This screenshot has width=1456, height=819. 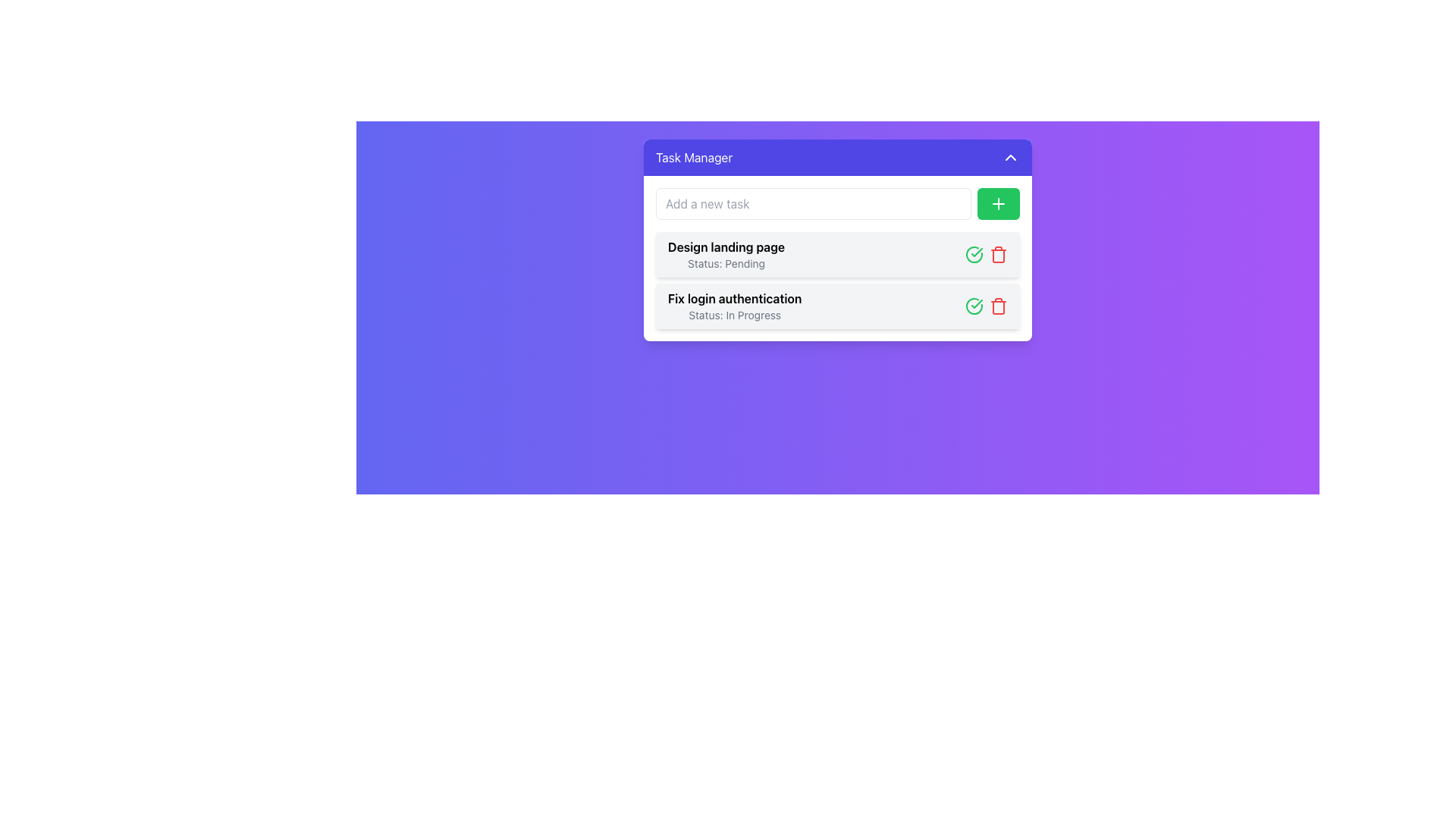 What do you see at coordinates (998, 253) in the screenshot?
I see `the deletion icon located to the far right of the 'Fix login authentication' task entry` at bounding box center [998, 253].